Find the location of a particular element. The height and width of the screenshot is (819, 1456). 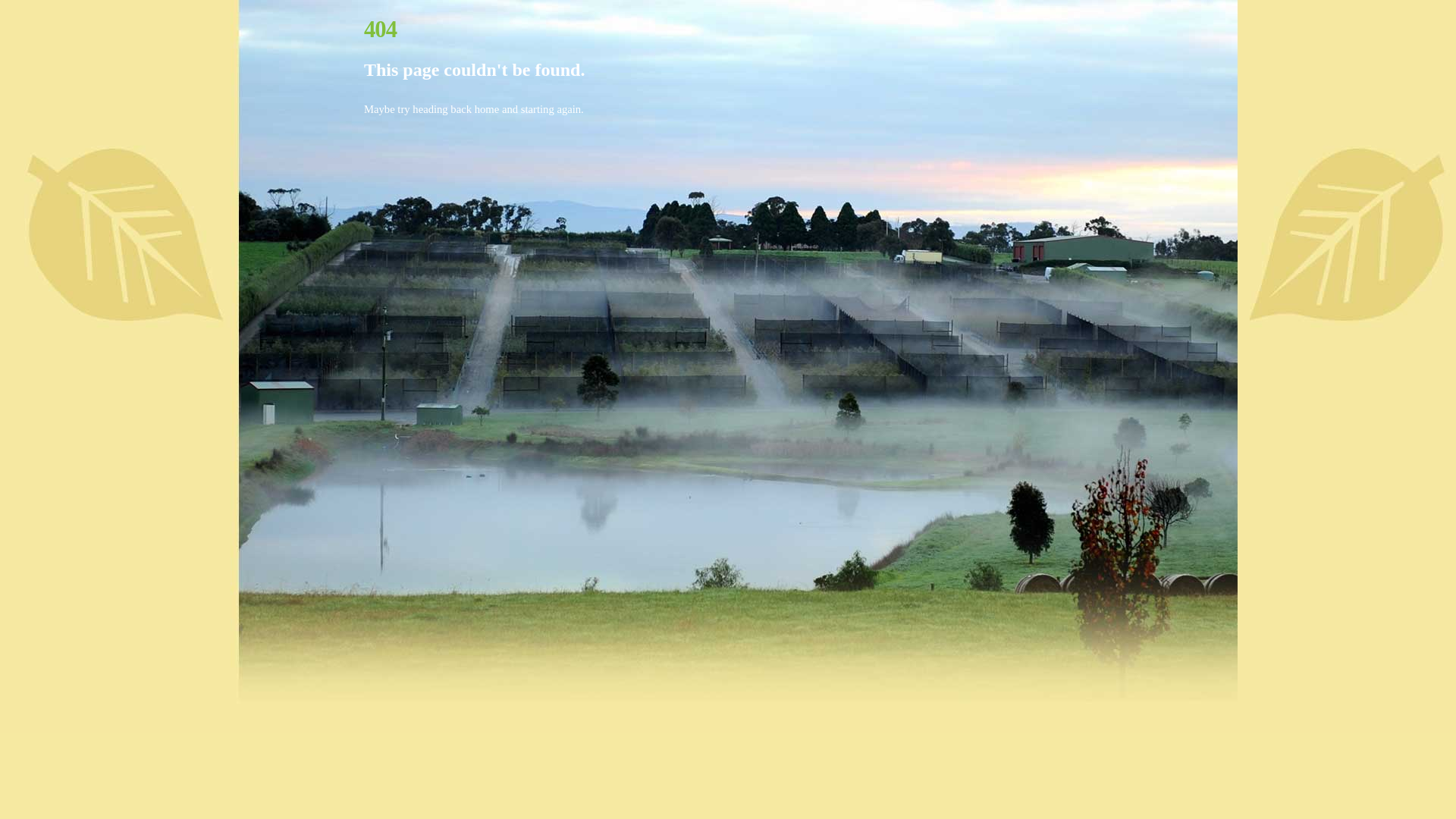

'home' is located at coordinates (487, 108).